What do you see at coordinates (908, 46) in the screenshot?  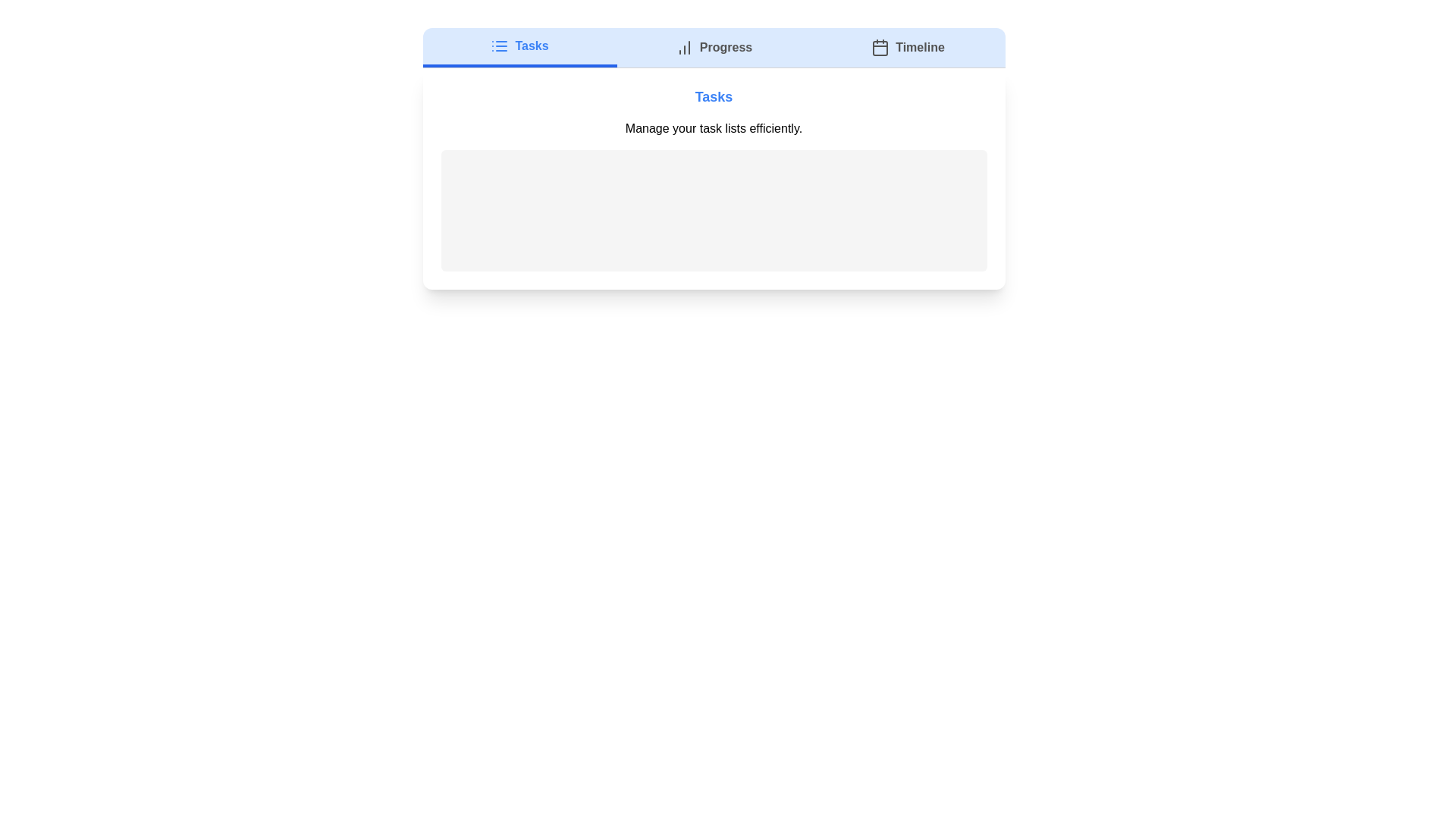 I see `the 'Timeline' tab, which is the last tab in the header navigation, styled with gray text and a calendar icon` at bounding box center [908, 46].